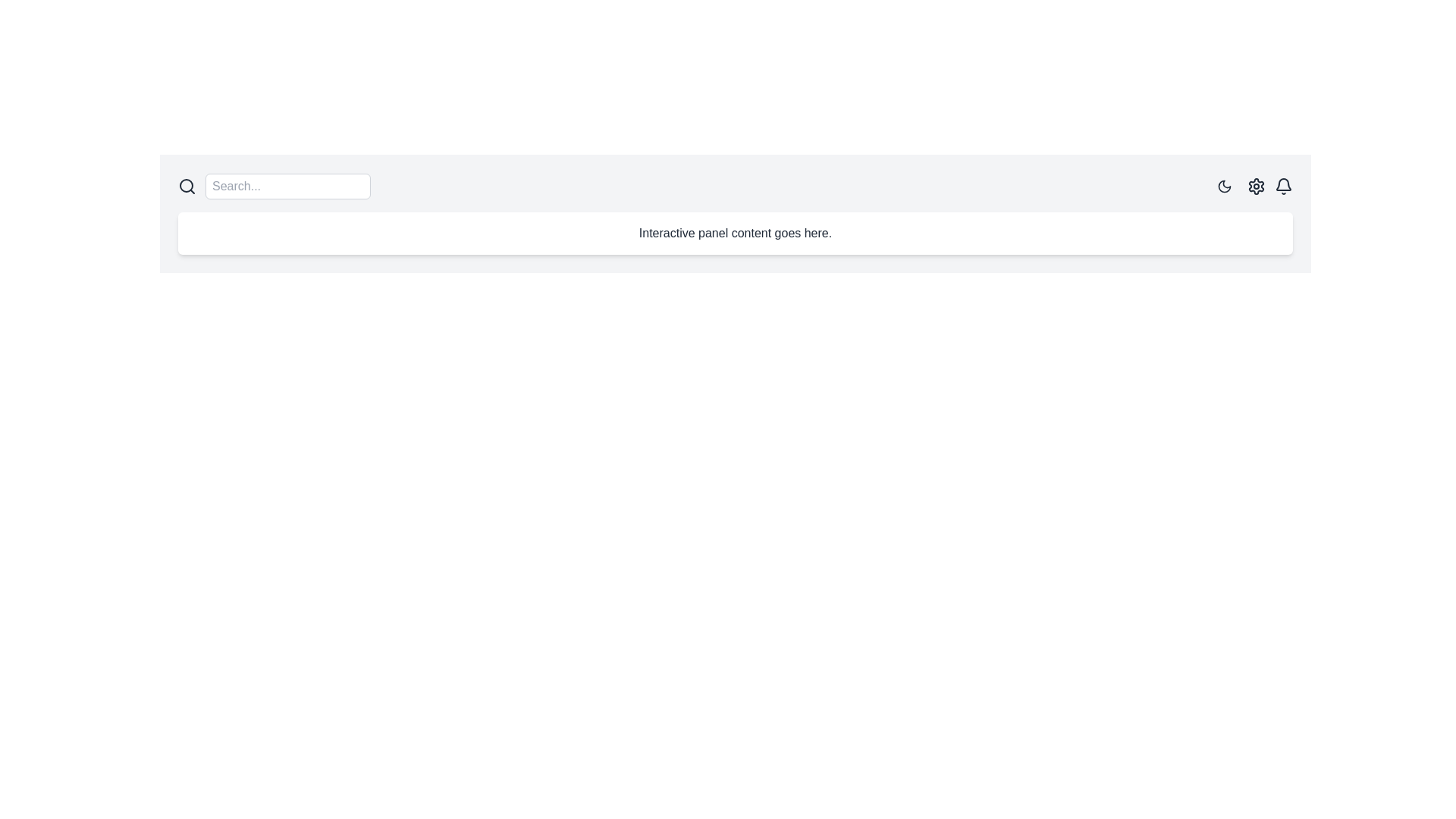  I want to click on the settings IconButton located in the top-right corner of the interface, so click(1252, 186).